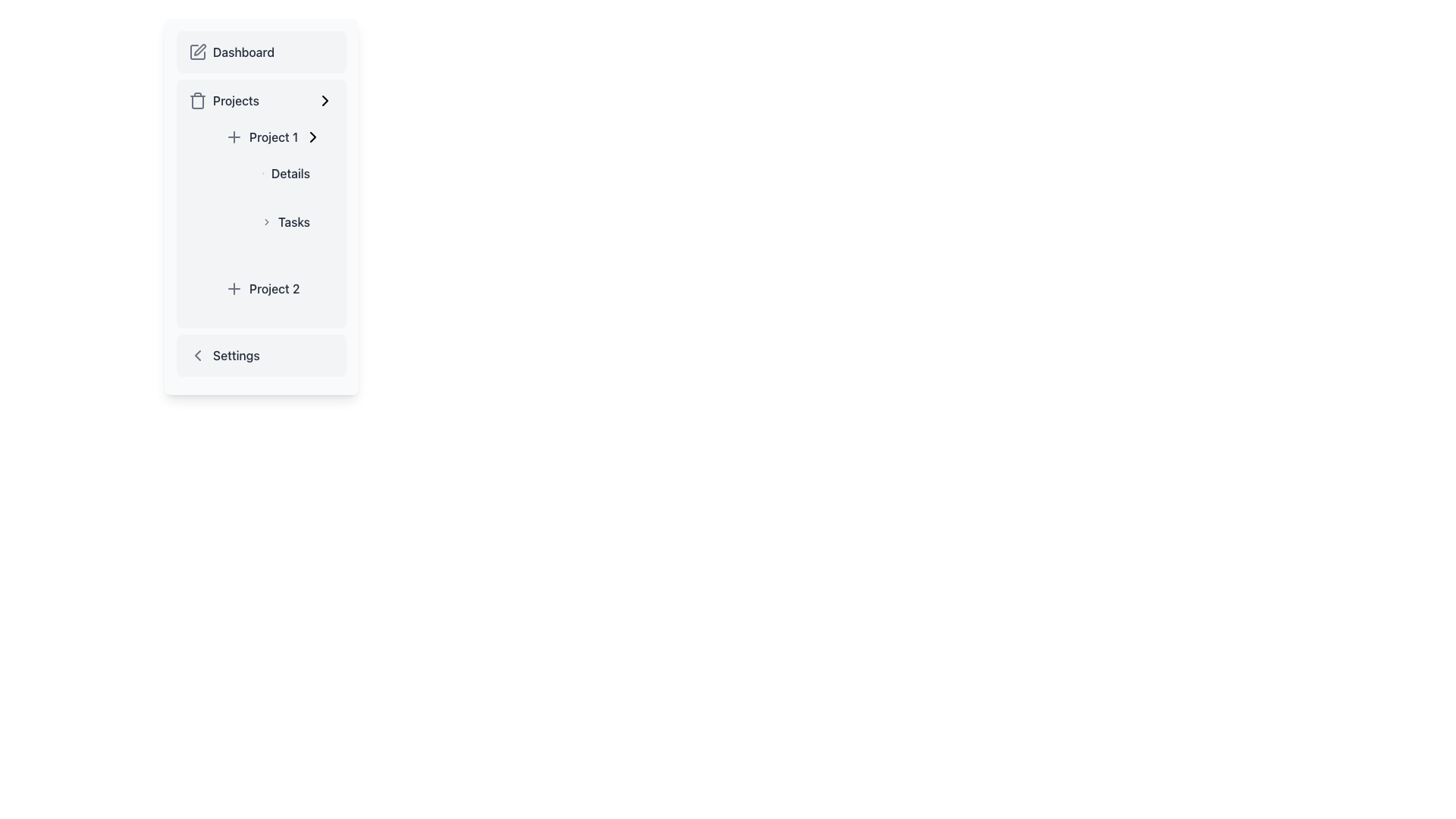 Image resolution: width=1456 pixels, height=819 pixels. What do you see at coordinates (324, 100) in the screenshot?
I see `the Chevron Icon next to the 'Projects' text` at bounding box center [324, 100].